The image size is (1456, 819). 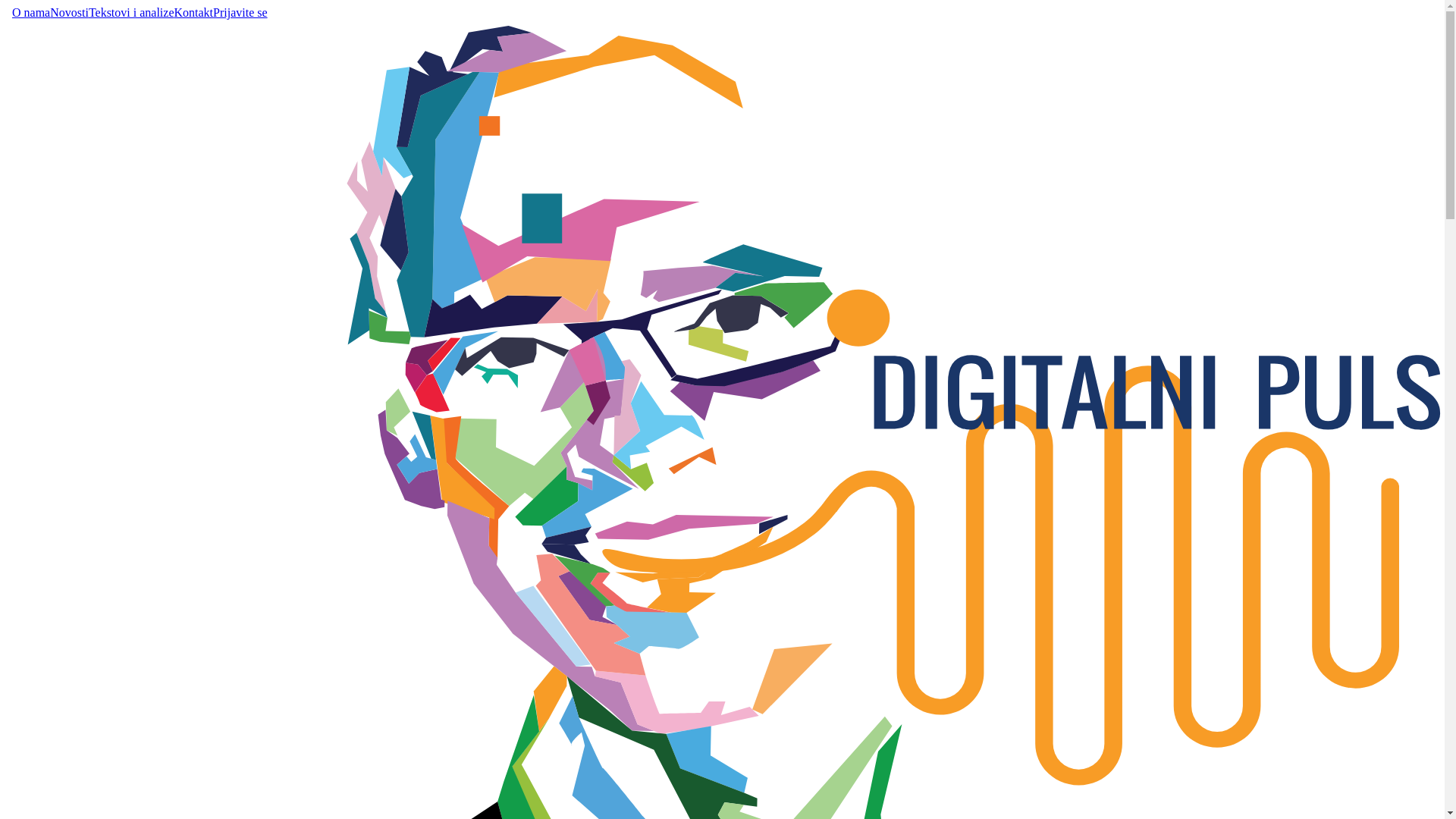 What do you see at coordinates (50, 12) in the screenshot?
I see `'Novosti'` at bounding box center [50, 12].